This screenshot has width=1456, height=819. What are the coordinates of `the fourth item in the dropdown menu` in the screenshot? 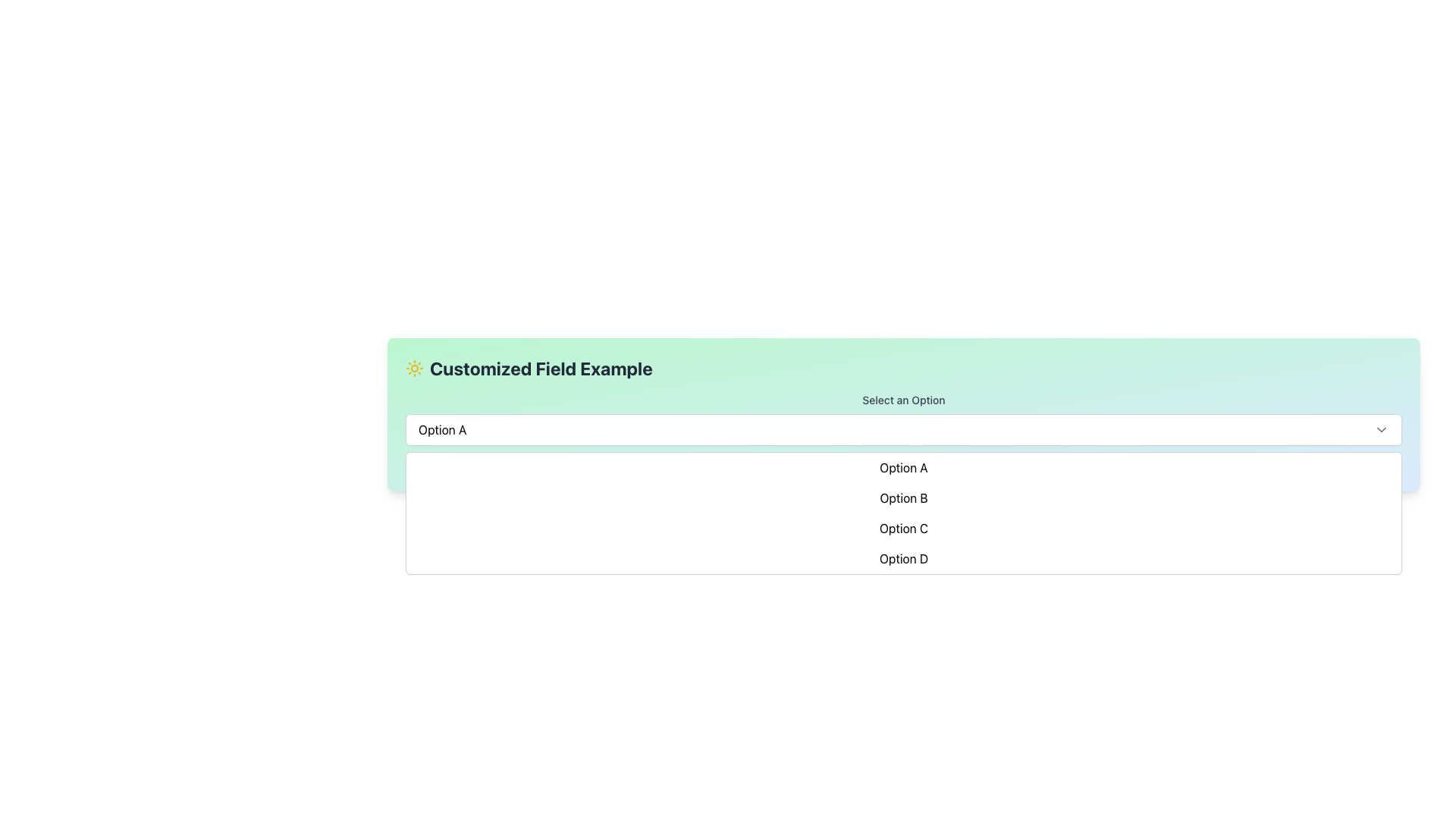 It's located at (903, 558).